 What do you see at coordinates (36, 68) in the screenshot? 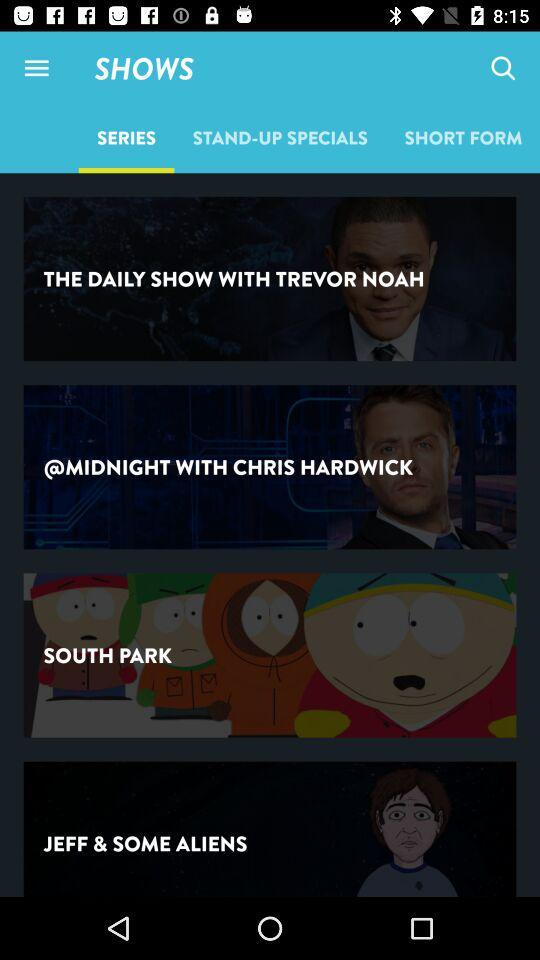
I see `open/close menu` at bounding box center [36, 68].